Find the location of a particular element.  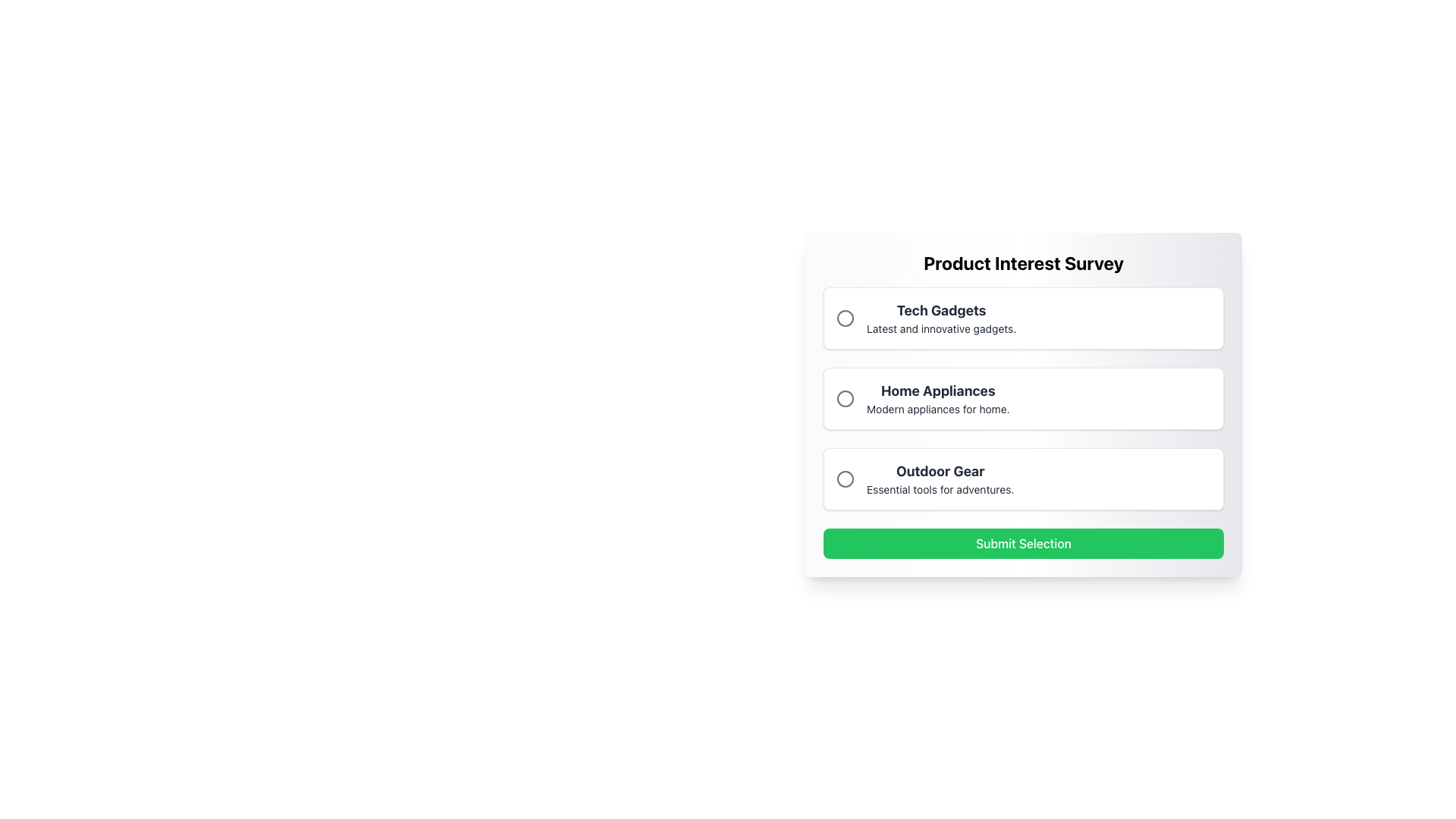

the descriptive text label for 'Home Appliances' in the survey, located centrally below the heading is located at coordinates (937, 409).